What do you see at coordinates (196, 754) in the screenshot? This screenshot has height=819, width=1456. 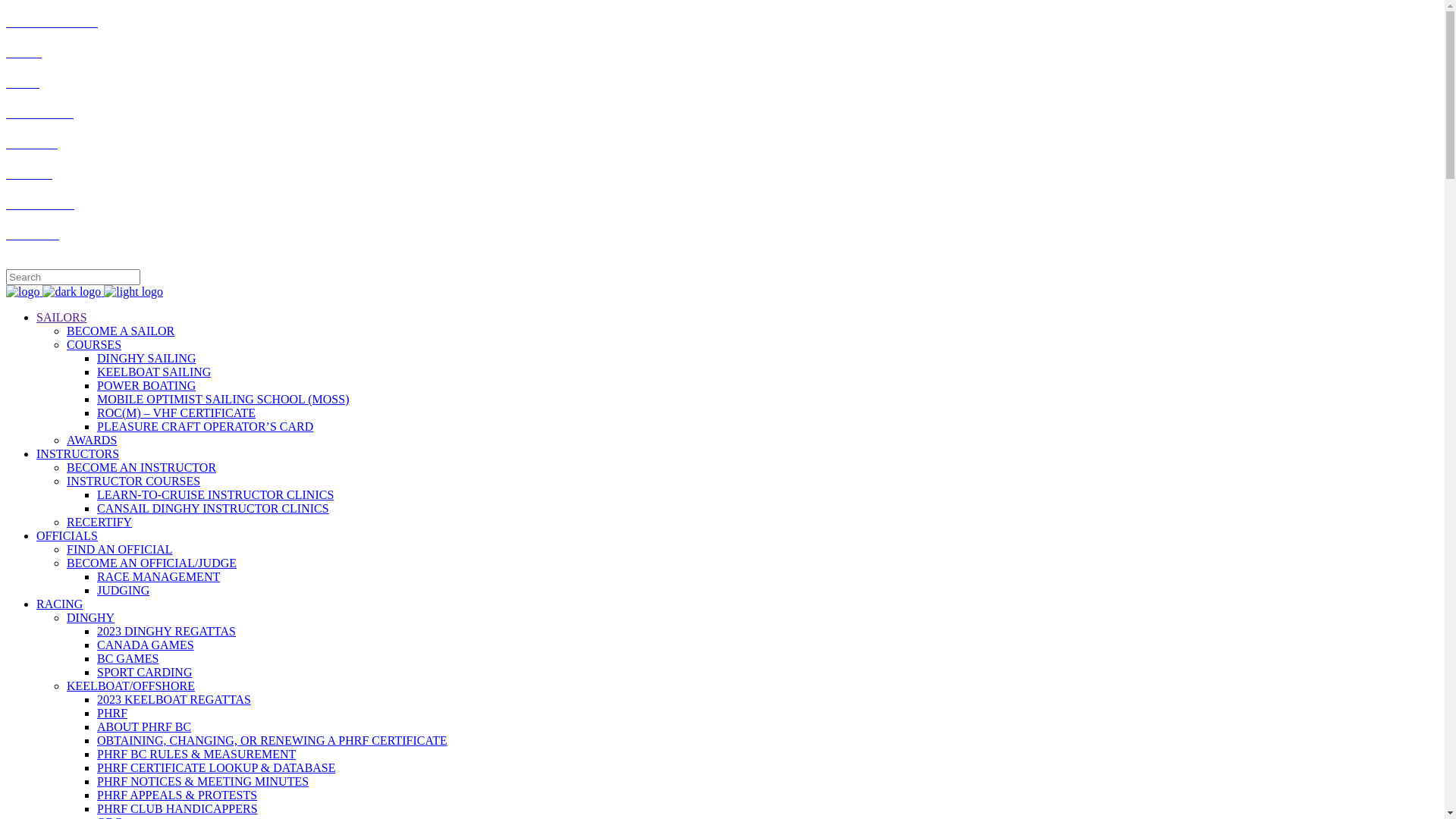 I see `'PHRF BC RULES & MEASUREMENT'` at bounding box center [196, 754].